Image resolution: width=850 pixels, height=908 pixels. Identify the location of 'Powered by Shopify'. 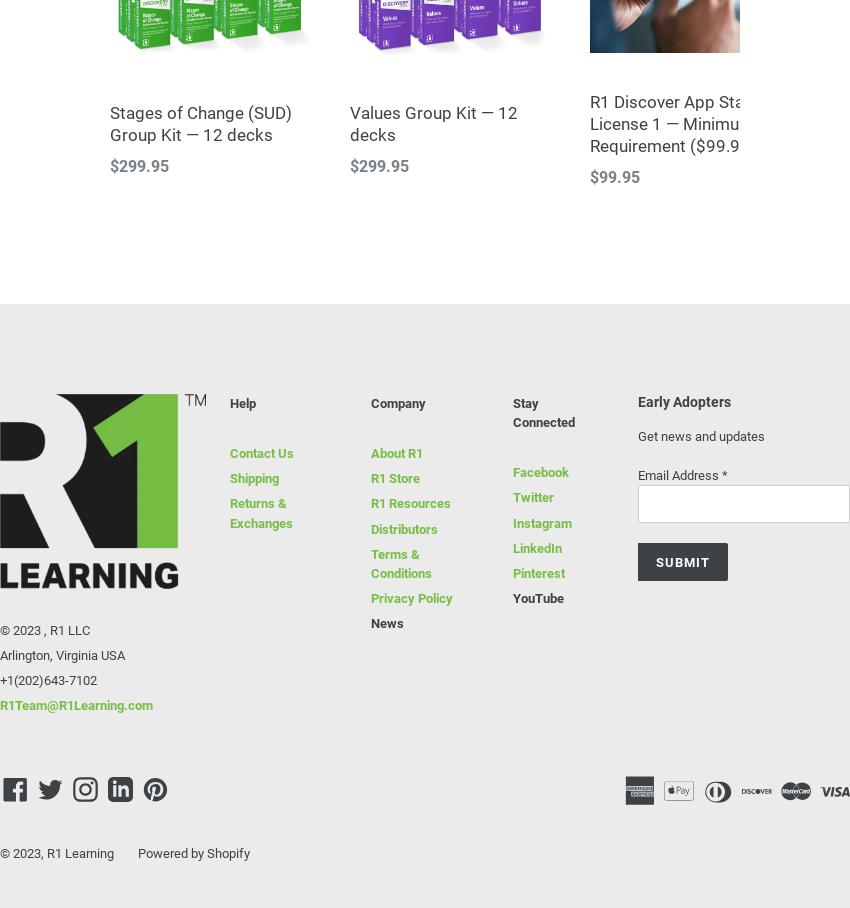
(192, 852).